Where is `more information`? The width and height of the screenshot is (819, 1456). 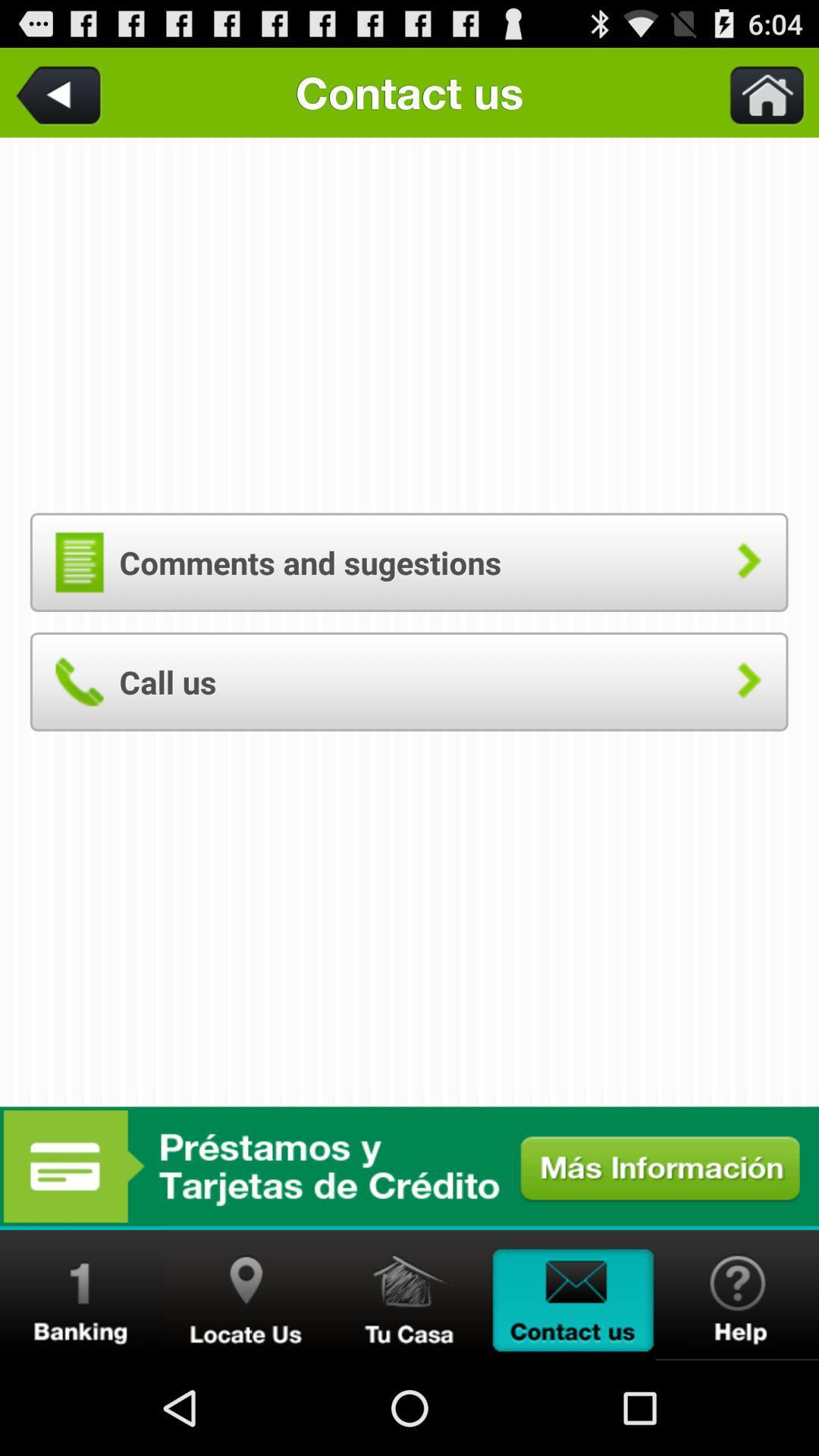 more information is located at coordinates (409, 1166).